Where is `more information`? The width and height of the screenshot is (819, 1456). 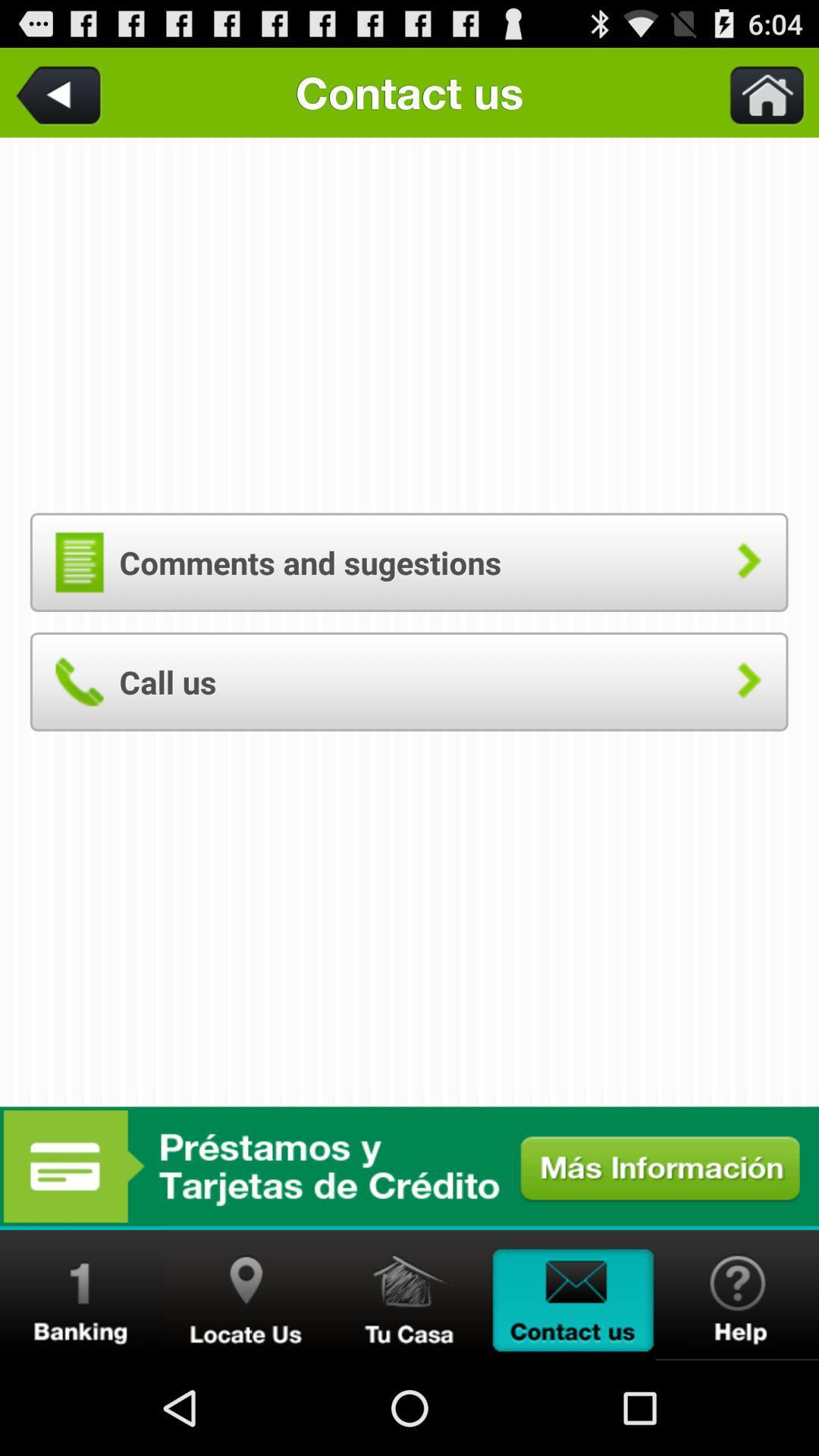 more information is located at coordinates (409, 1166).